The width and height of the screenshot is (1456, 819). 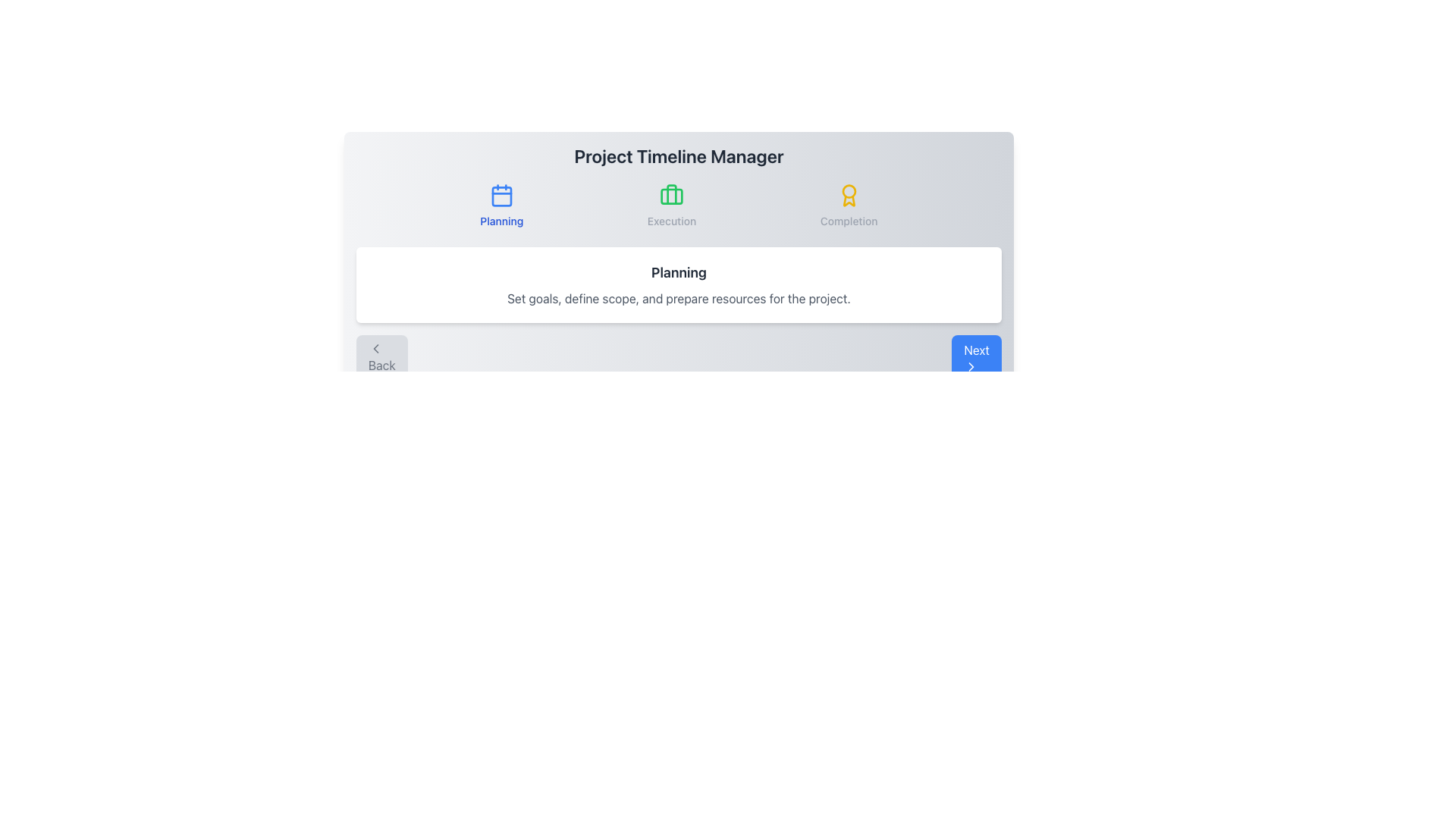 What do you see at coordinates (501, 206) in the screenshot?
I see `the 'Planning' button-like interactive card in the Project Timeline Manager` at bounding box center [501, 206].